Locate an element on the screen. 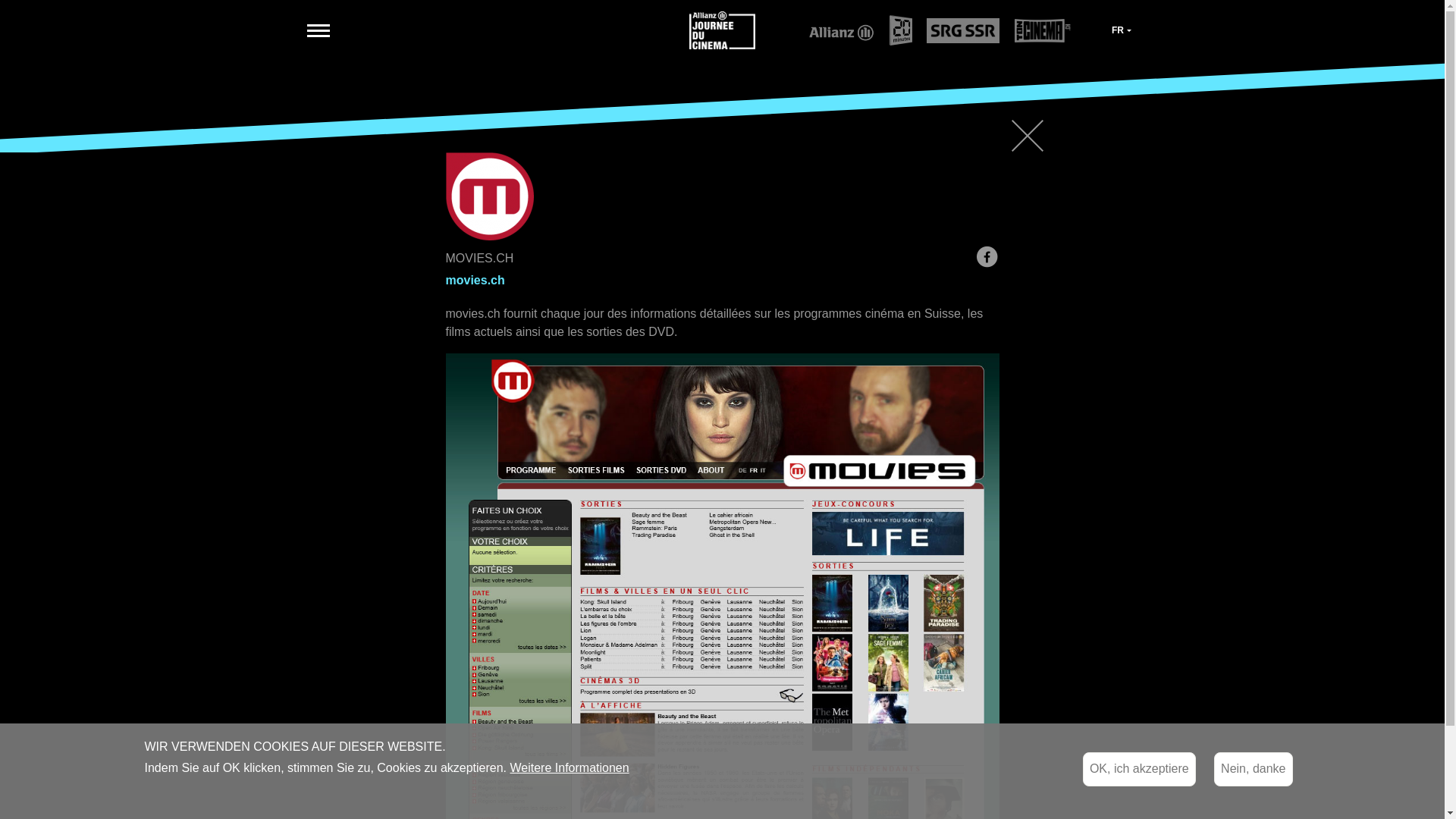 The height and width of the screenshot is (819, 1456). 'OK, ich akzeptiere' is located at coordinates (1139, 769).